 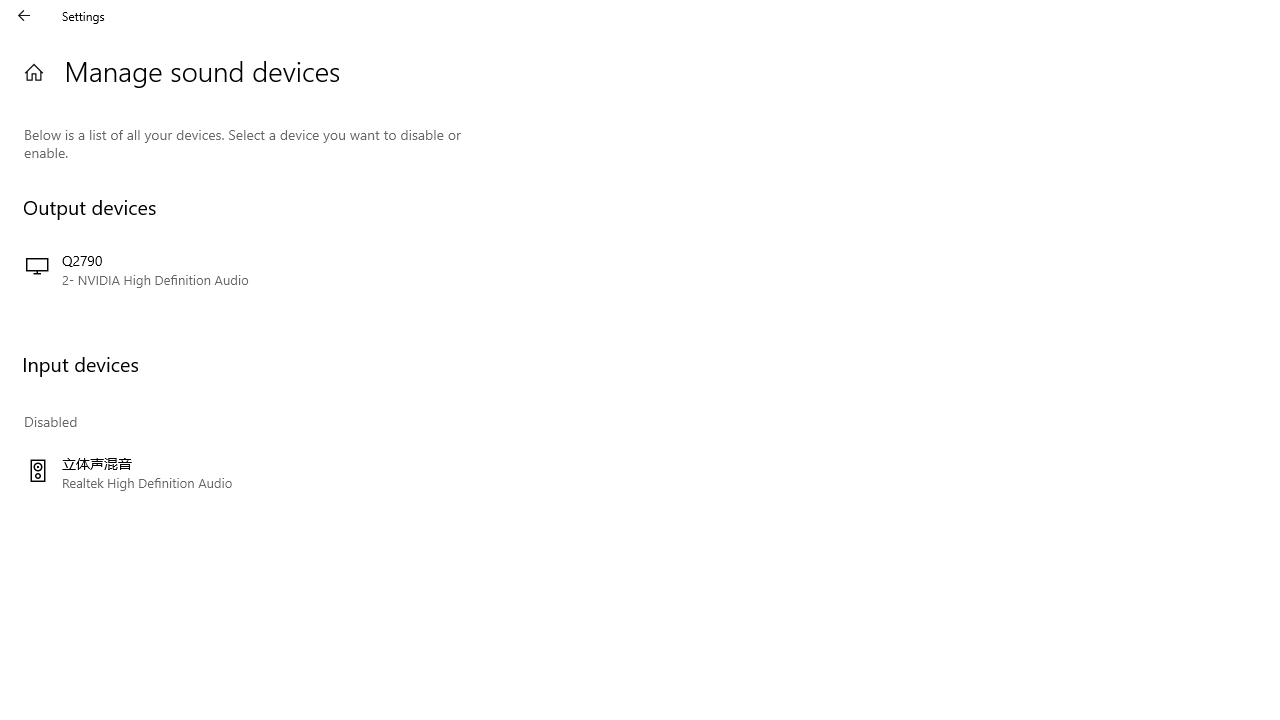 What do you see at coordinates (33, 71) in the screenshot?
I see `'Home'` at bounding box center [33, 71].